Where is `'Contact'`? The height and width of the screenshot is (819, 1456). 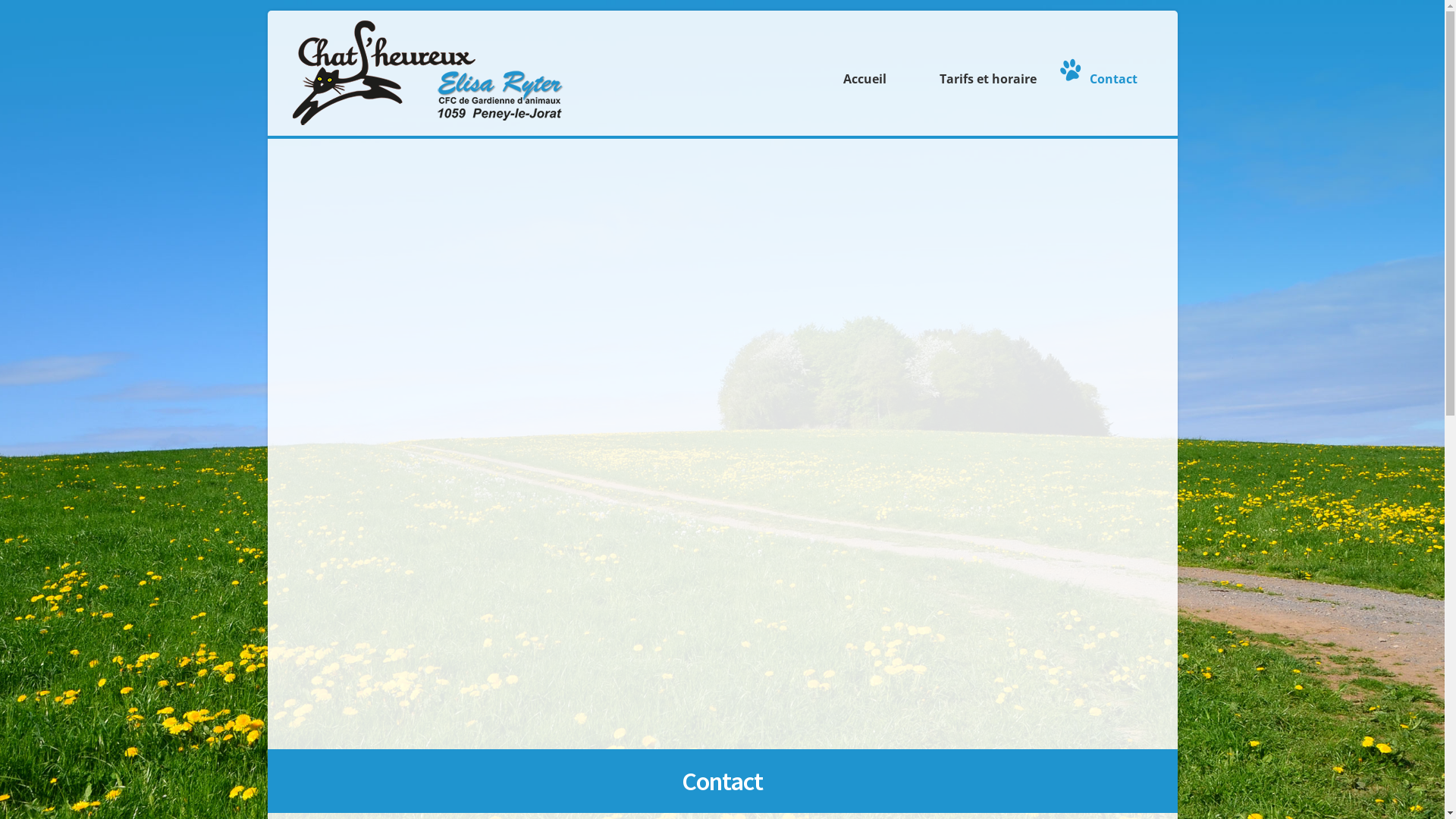 'Contact' is located at coordinates (1109, 70).